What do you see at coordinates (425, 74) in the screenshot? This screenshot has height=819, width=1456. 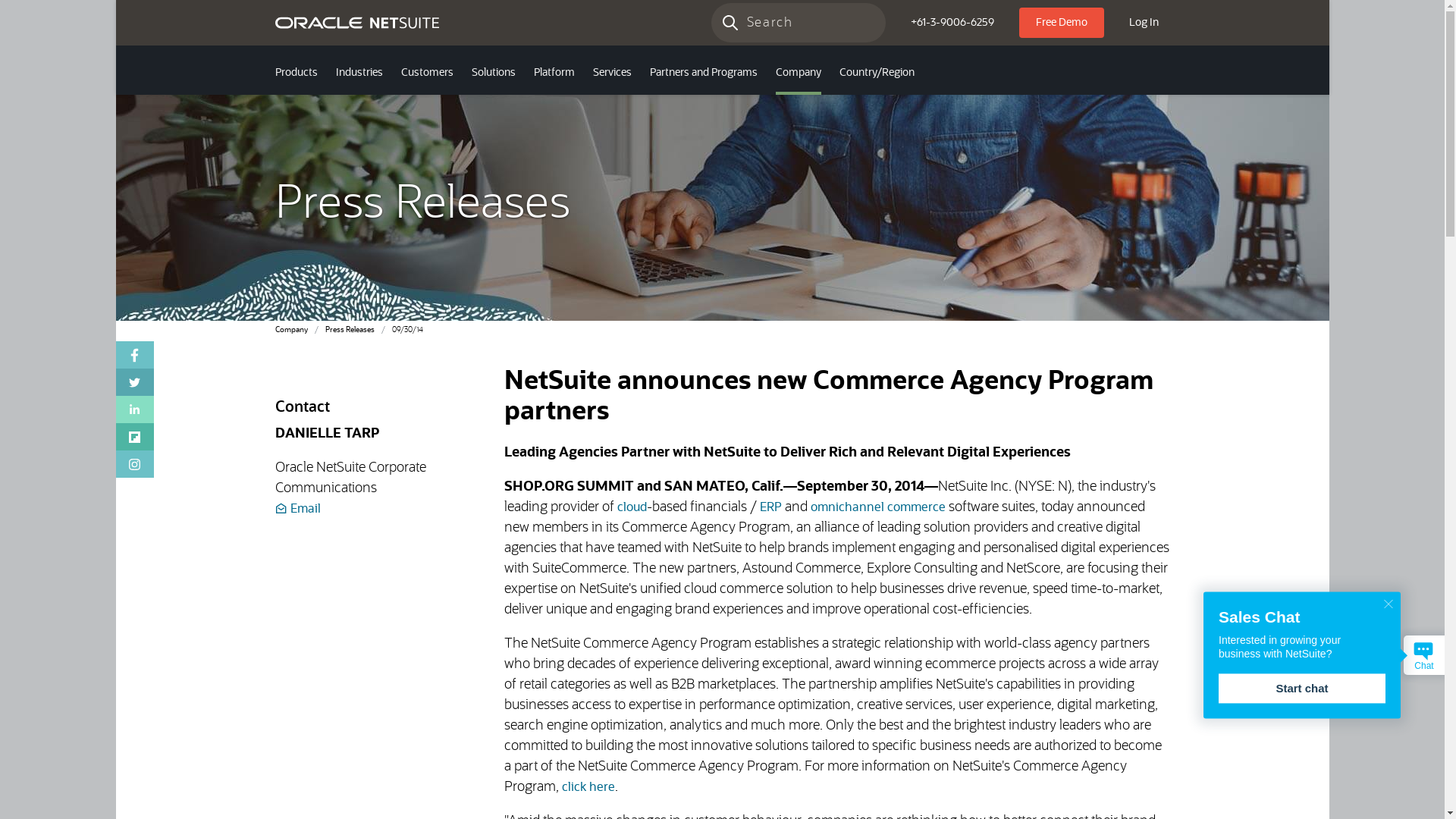 I see `'Customers'` at bounding box center [425, 74].